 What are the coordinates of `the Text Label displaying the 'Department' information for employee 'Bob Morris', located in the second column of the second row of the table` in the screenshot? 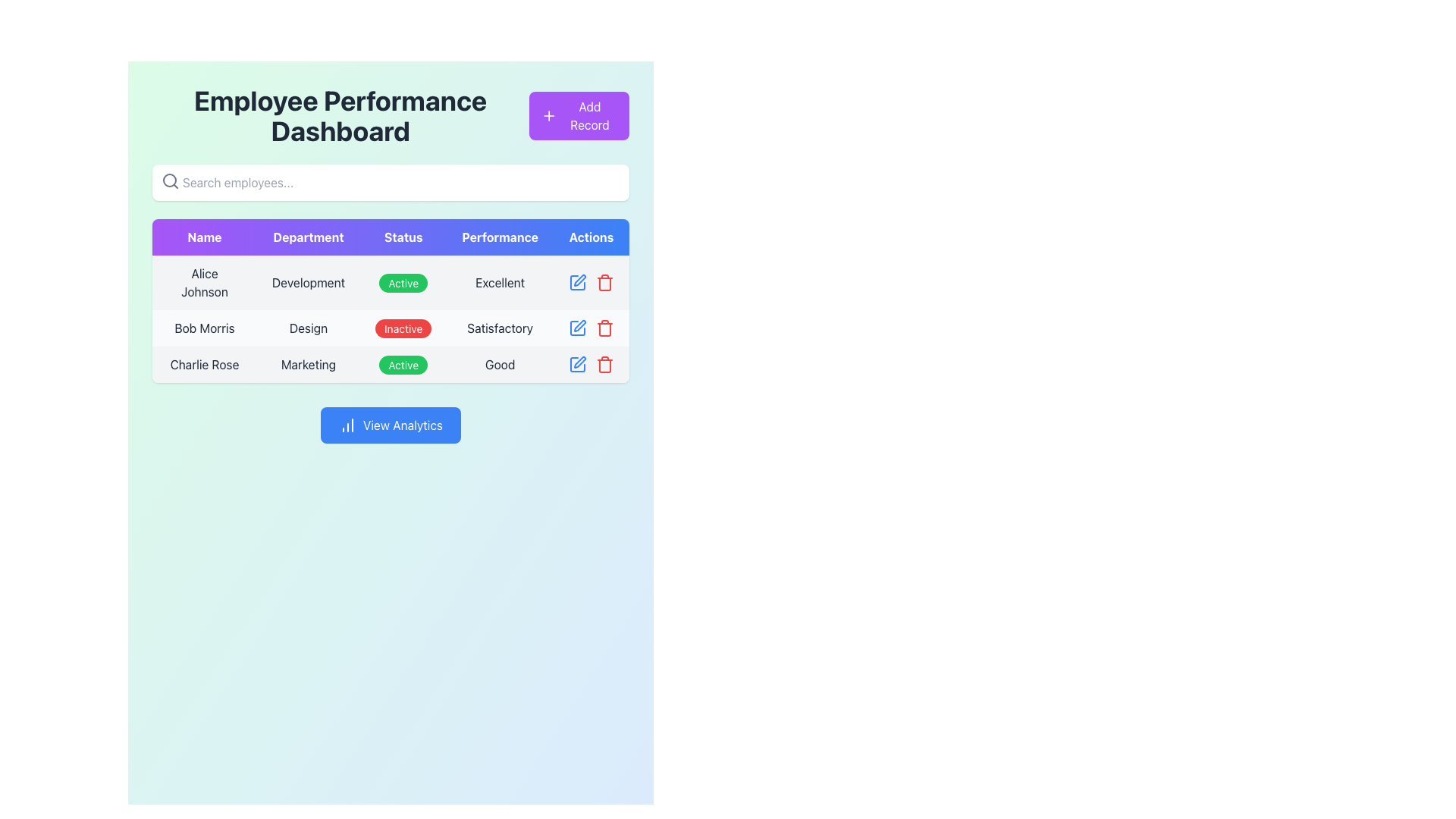 It's located at (308, 327).